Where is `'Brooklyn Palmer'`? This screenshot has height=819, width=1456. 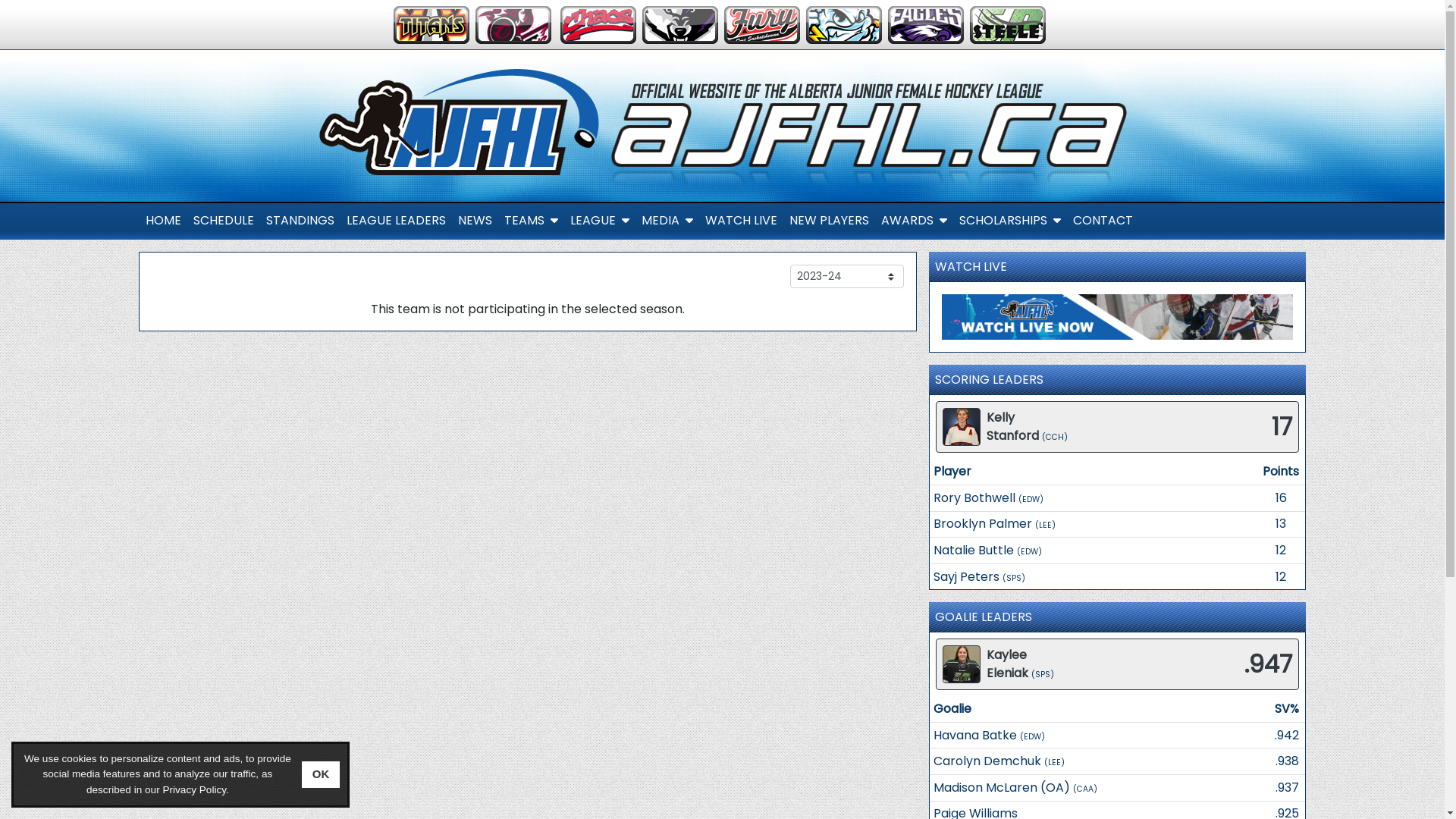 'Brooklyn Palmer' is located at coordinates (932, 522).